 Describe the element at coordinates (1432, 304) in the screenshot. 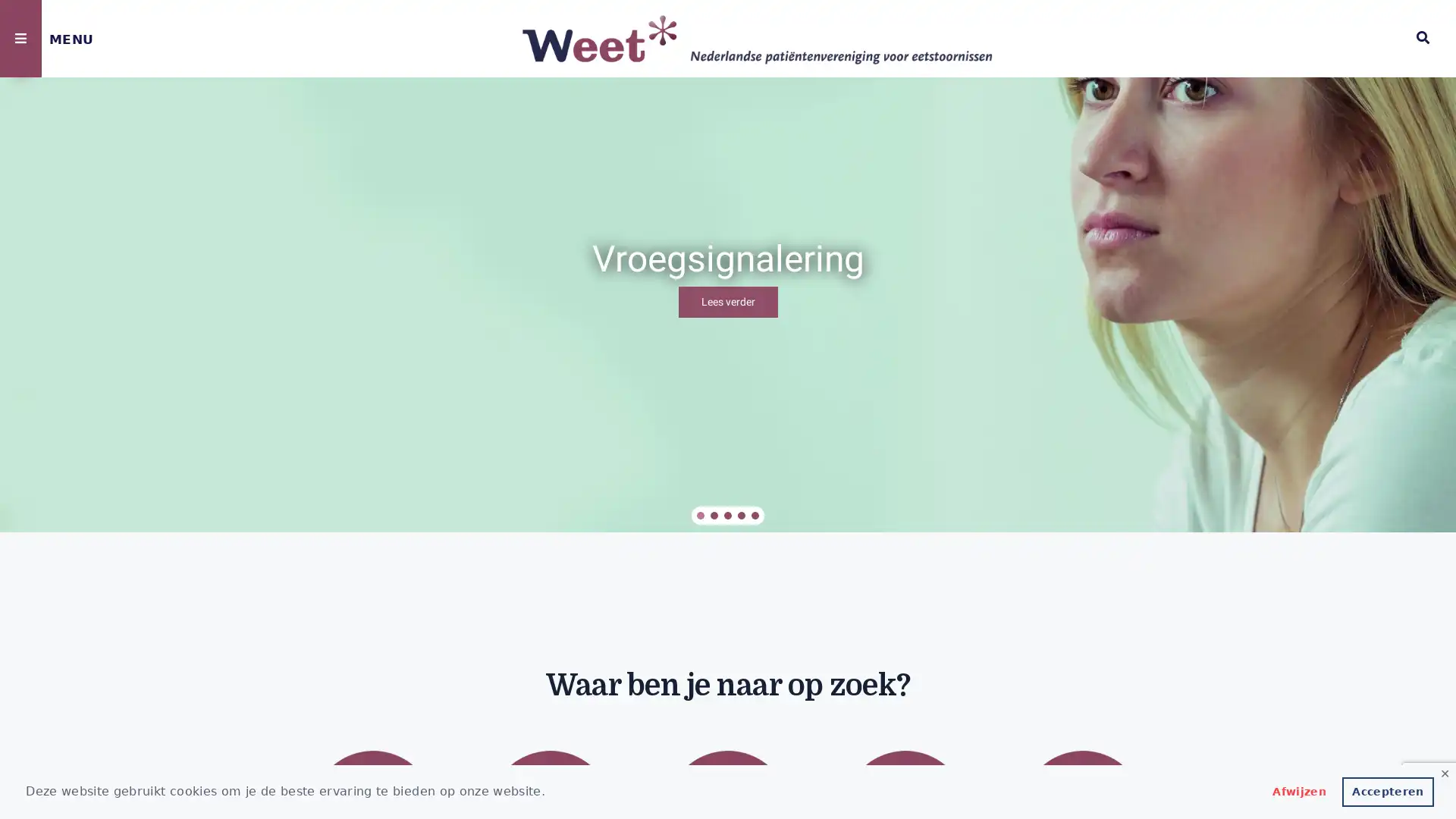

I see `next arrow` at that location.